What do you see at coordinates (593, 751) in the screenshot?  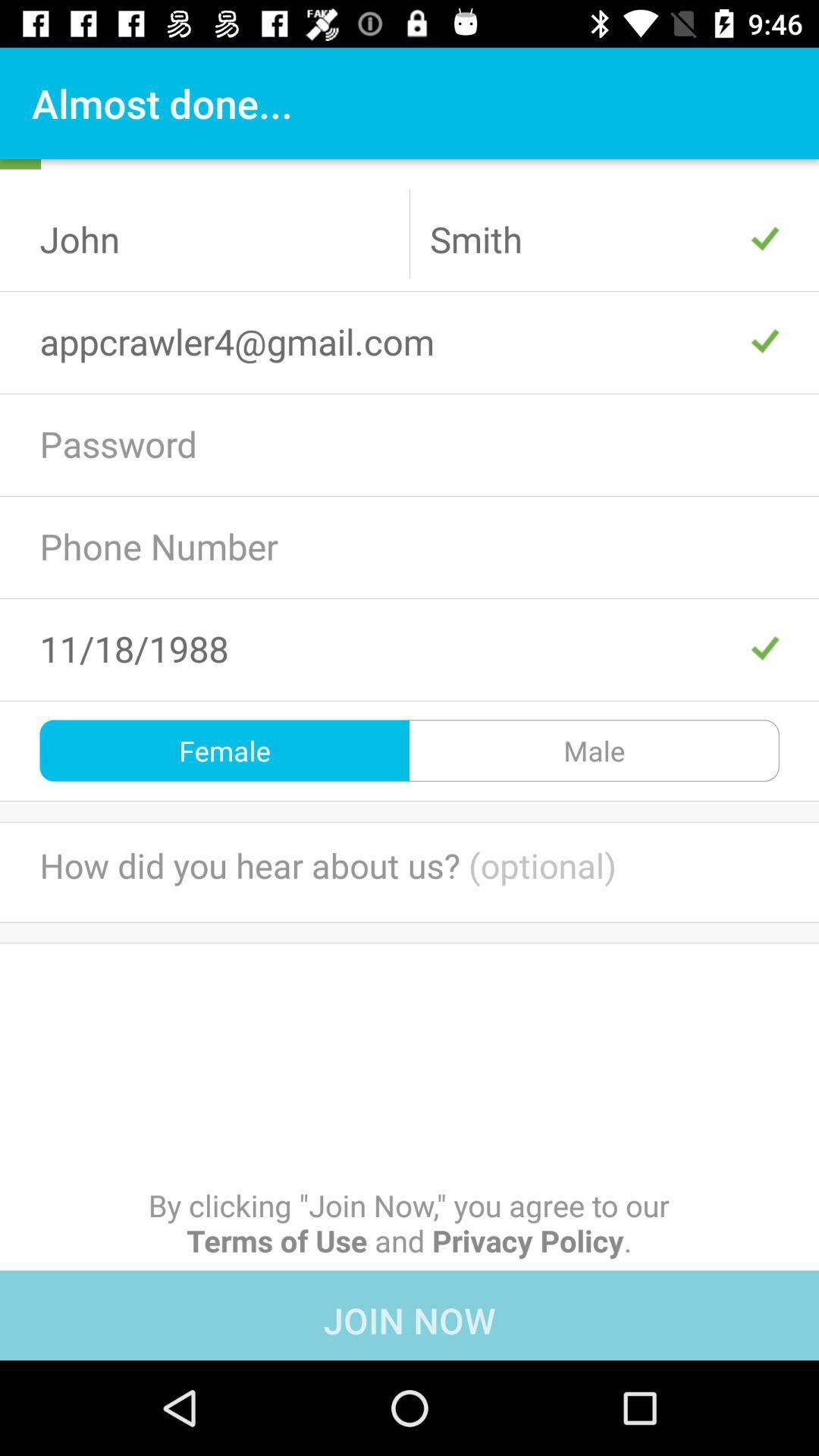 I see `male` at bounding box center [593, 751].